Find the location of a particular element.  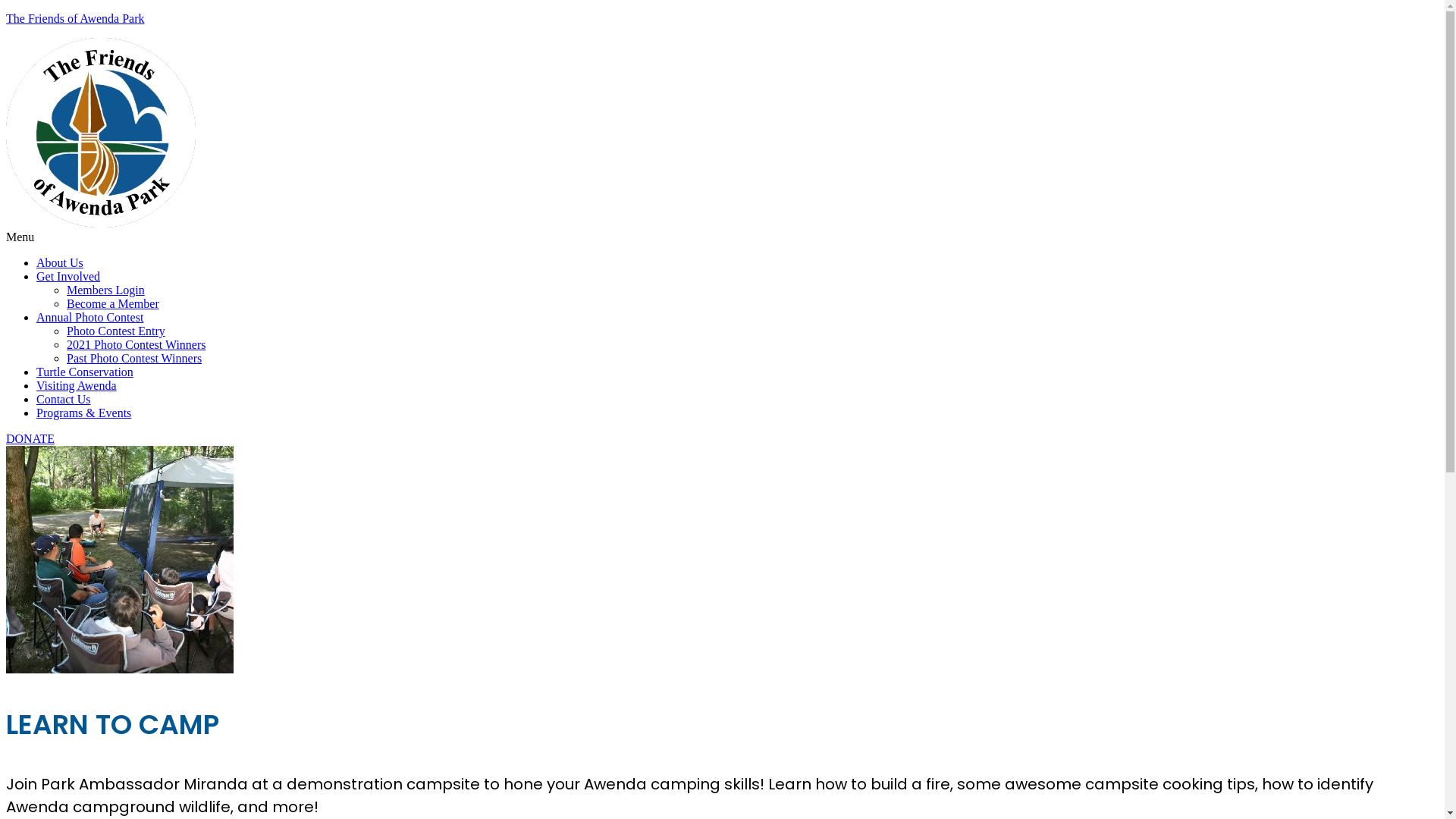

'Photo Contest Entry' is located at coordinates (115, 330).